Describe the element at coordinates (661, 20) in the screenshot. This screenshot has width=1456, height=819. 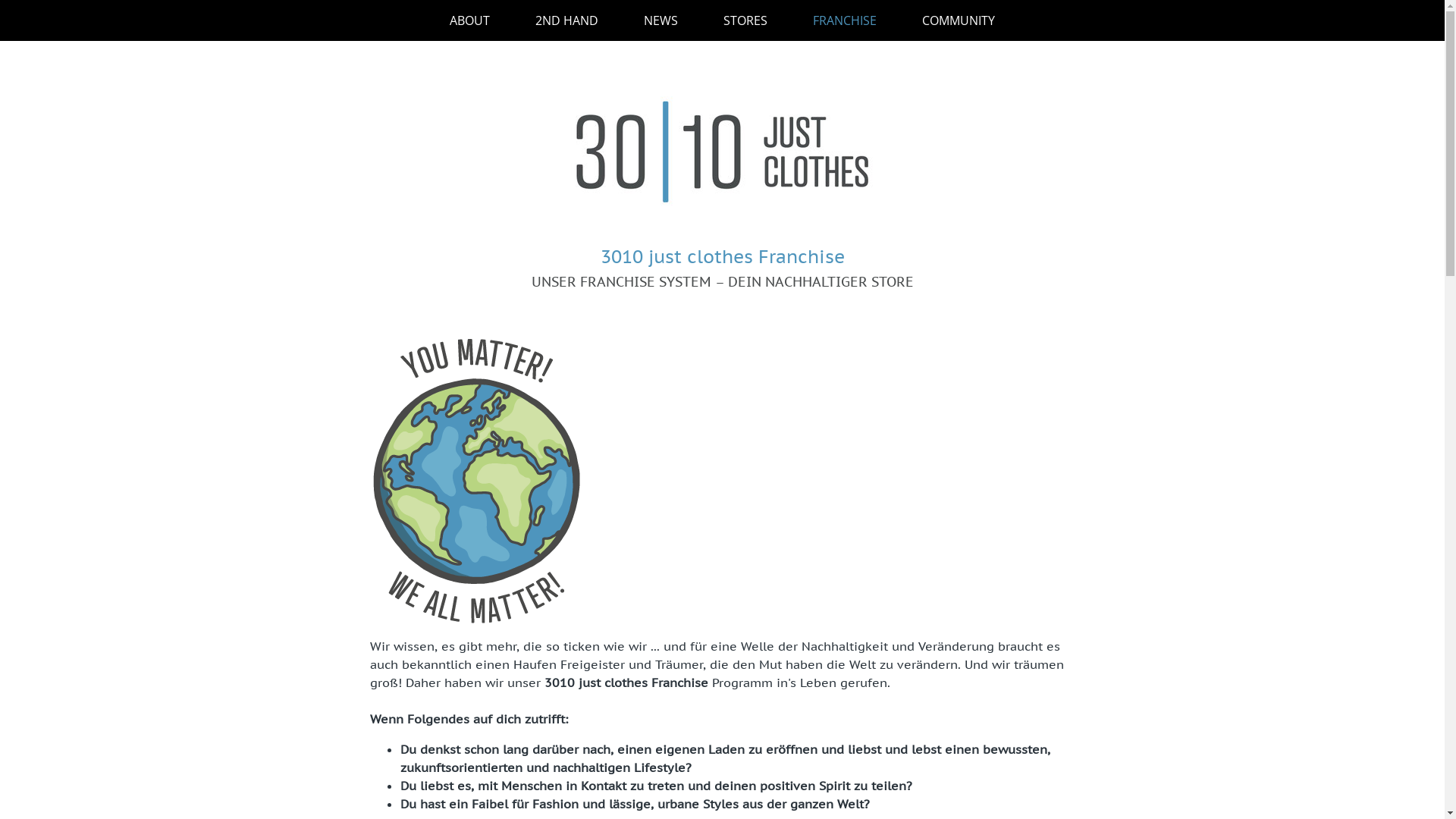
I see `'NEWS'` at that location.